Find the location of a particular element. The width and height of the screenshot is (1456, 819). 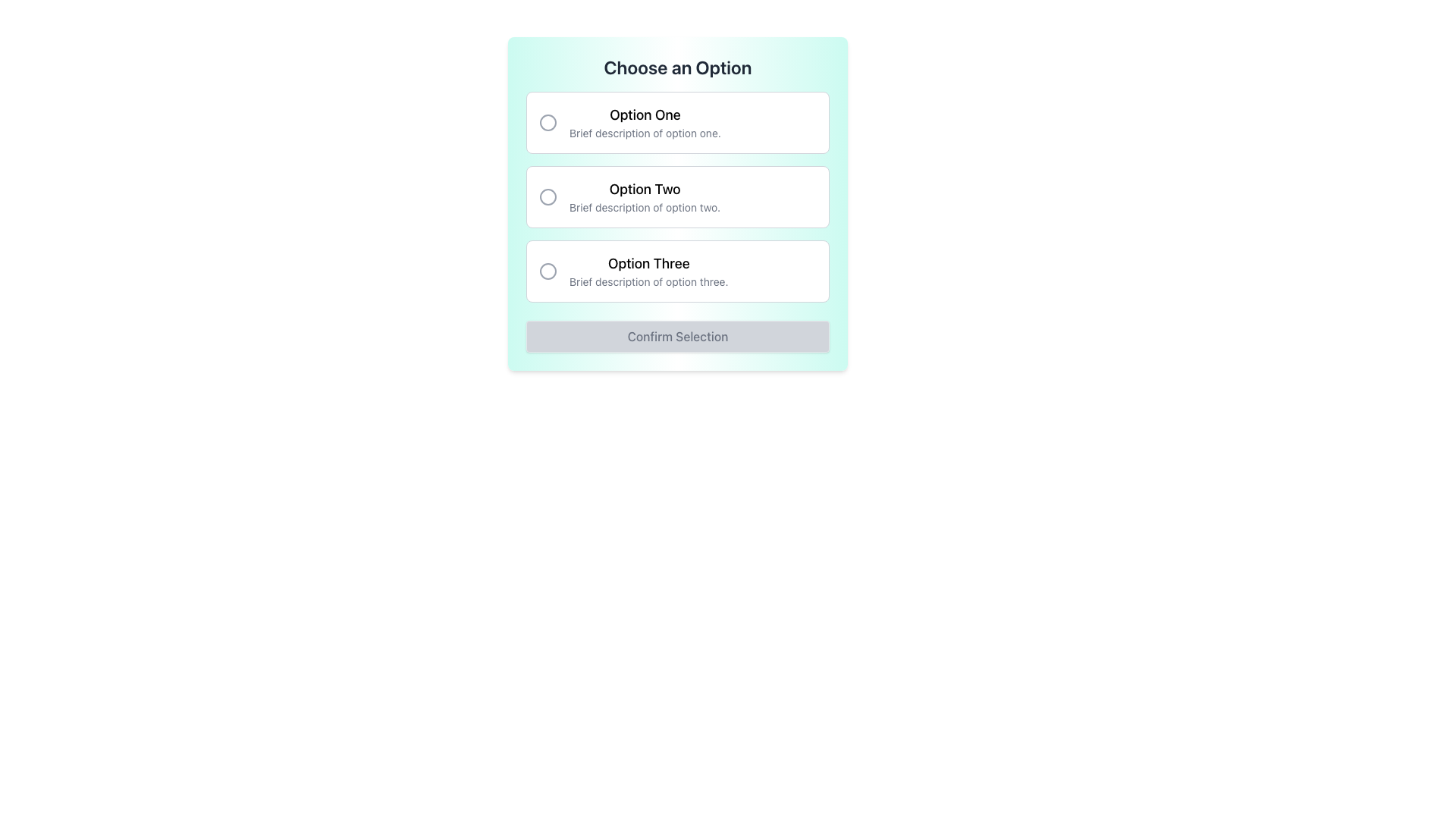

the circular radio button indicator located to the left of the text 'Option One' in the top card is located at coordinates (548, 122).